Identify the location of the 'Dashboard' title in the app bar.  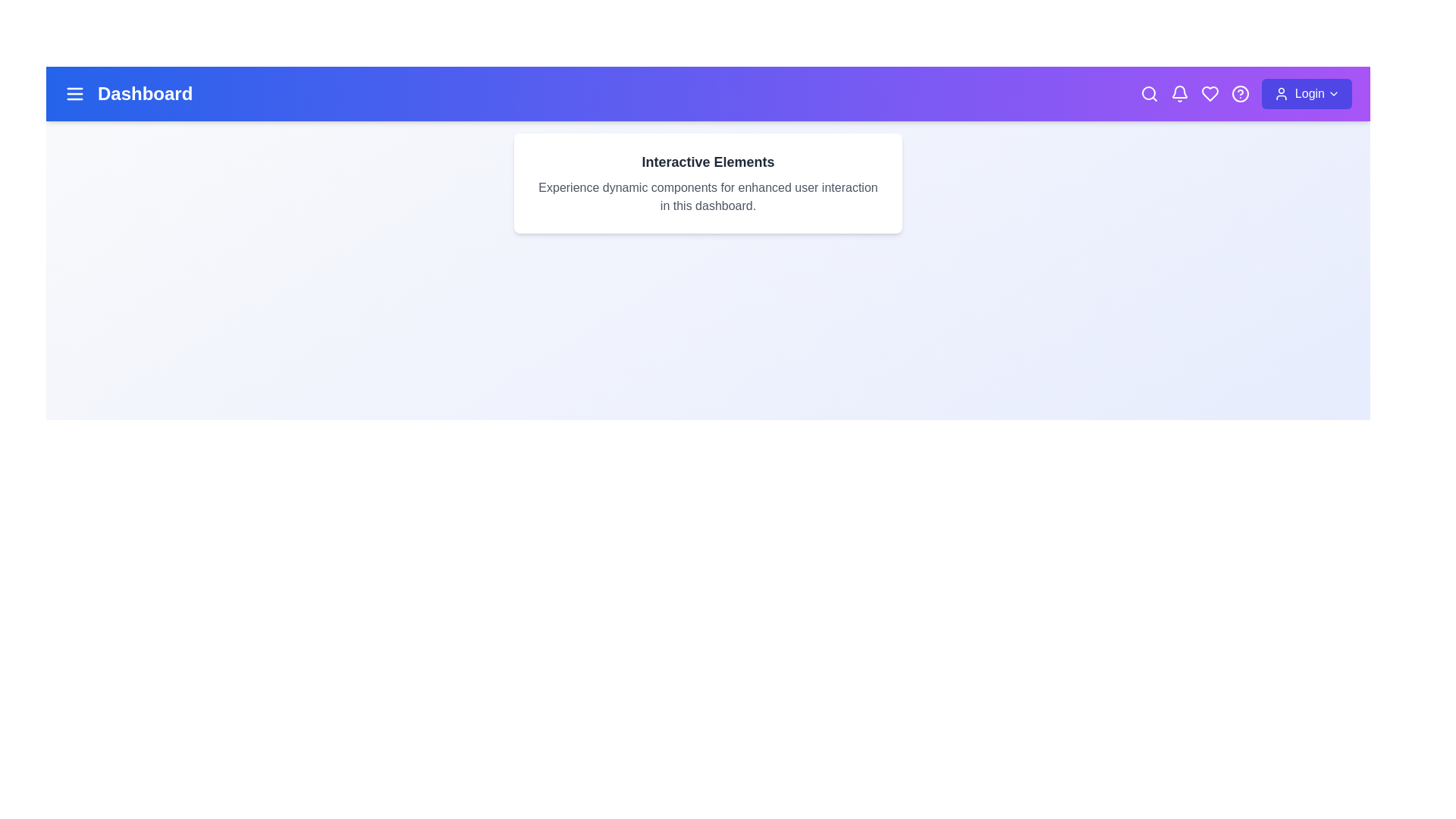
(145, 93).